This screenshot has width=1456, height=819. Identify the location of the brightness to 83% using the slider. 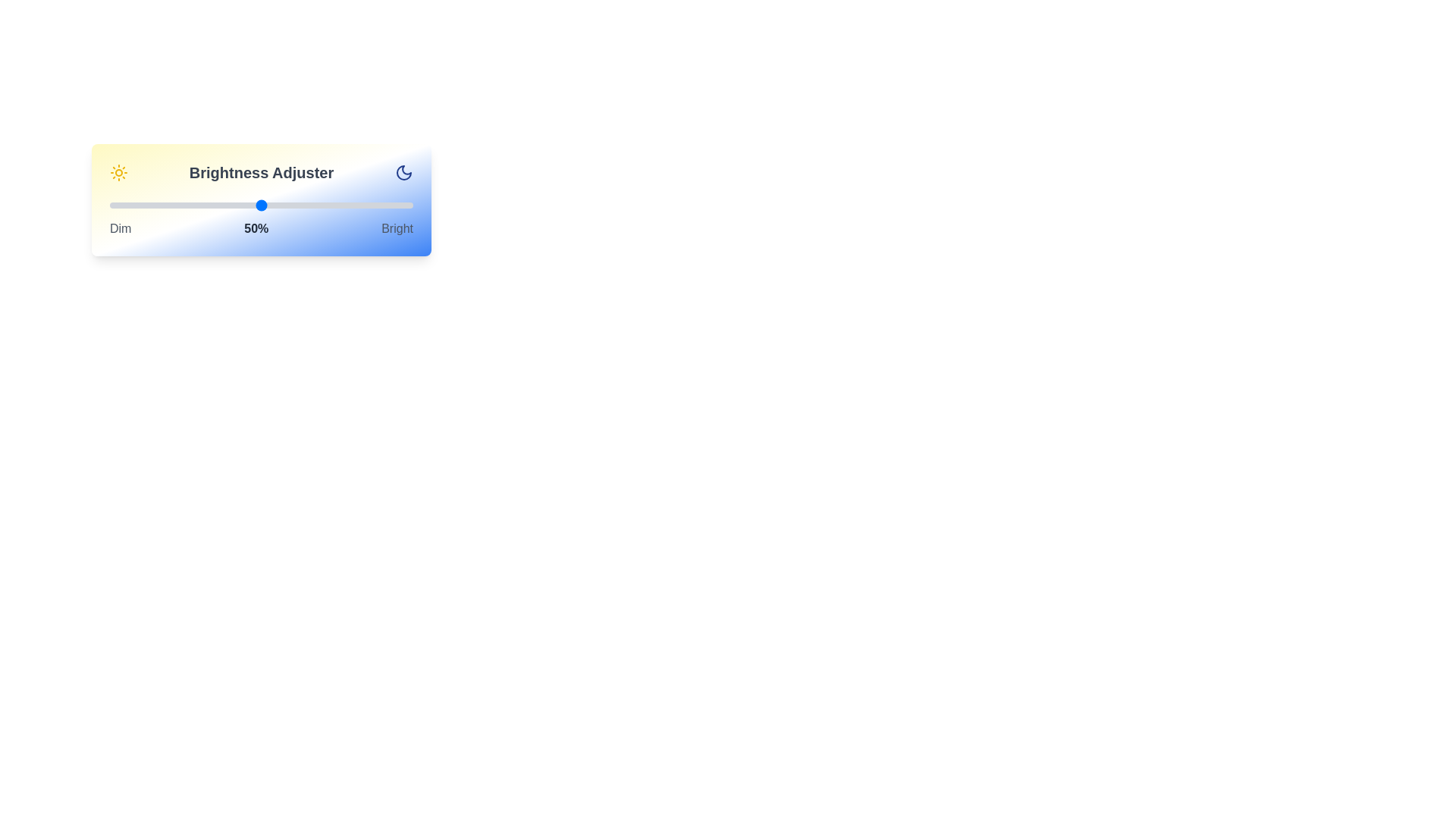
(360, 205).